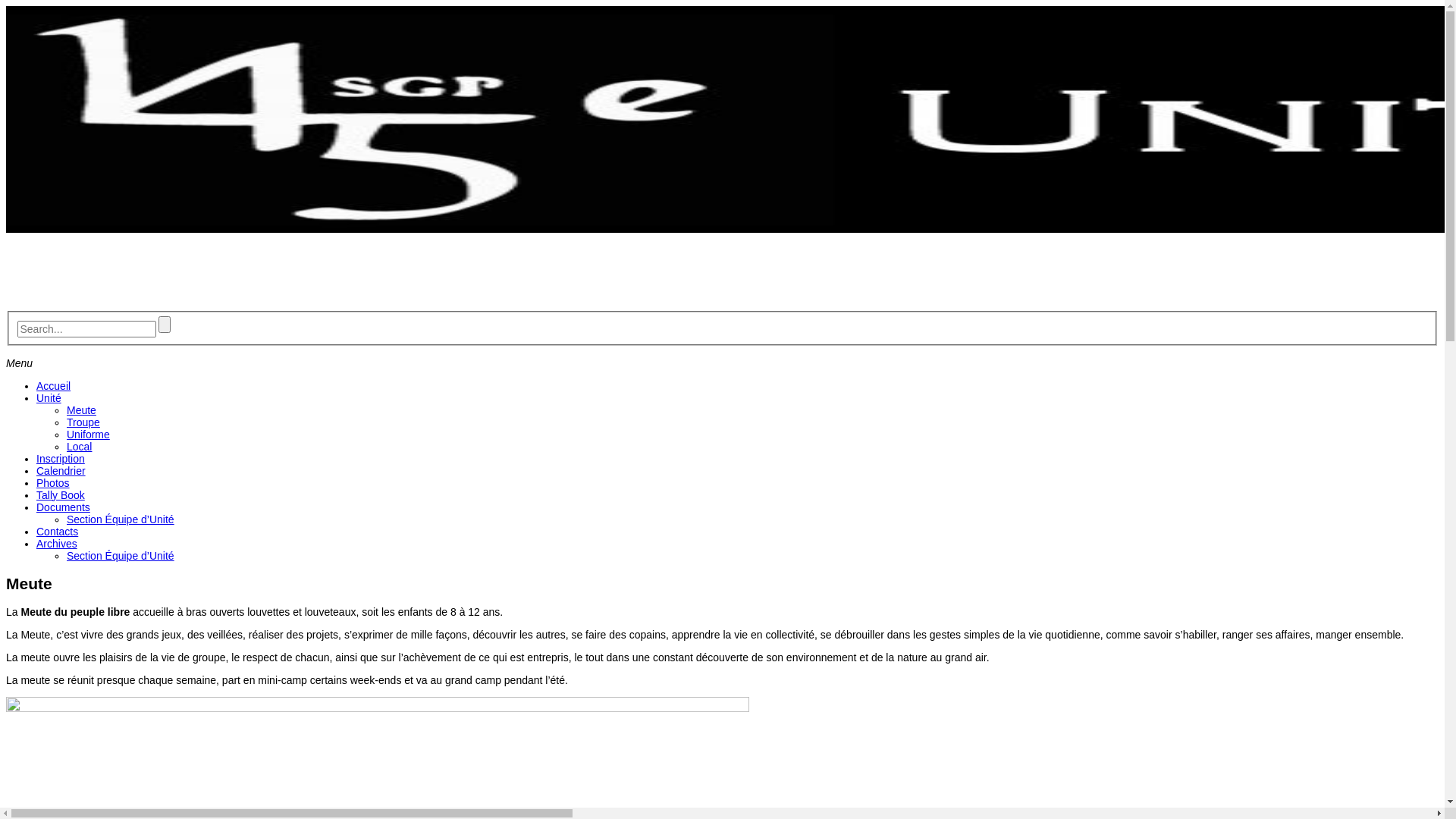 The width and height of the screenshot is (1456, 819). Describe the element at coordinates (87, 435) in the screenshot. I see `'Uniforme'` at that location.